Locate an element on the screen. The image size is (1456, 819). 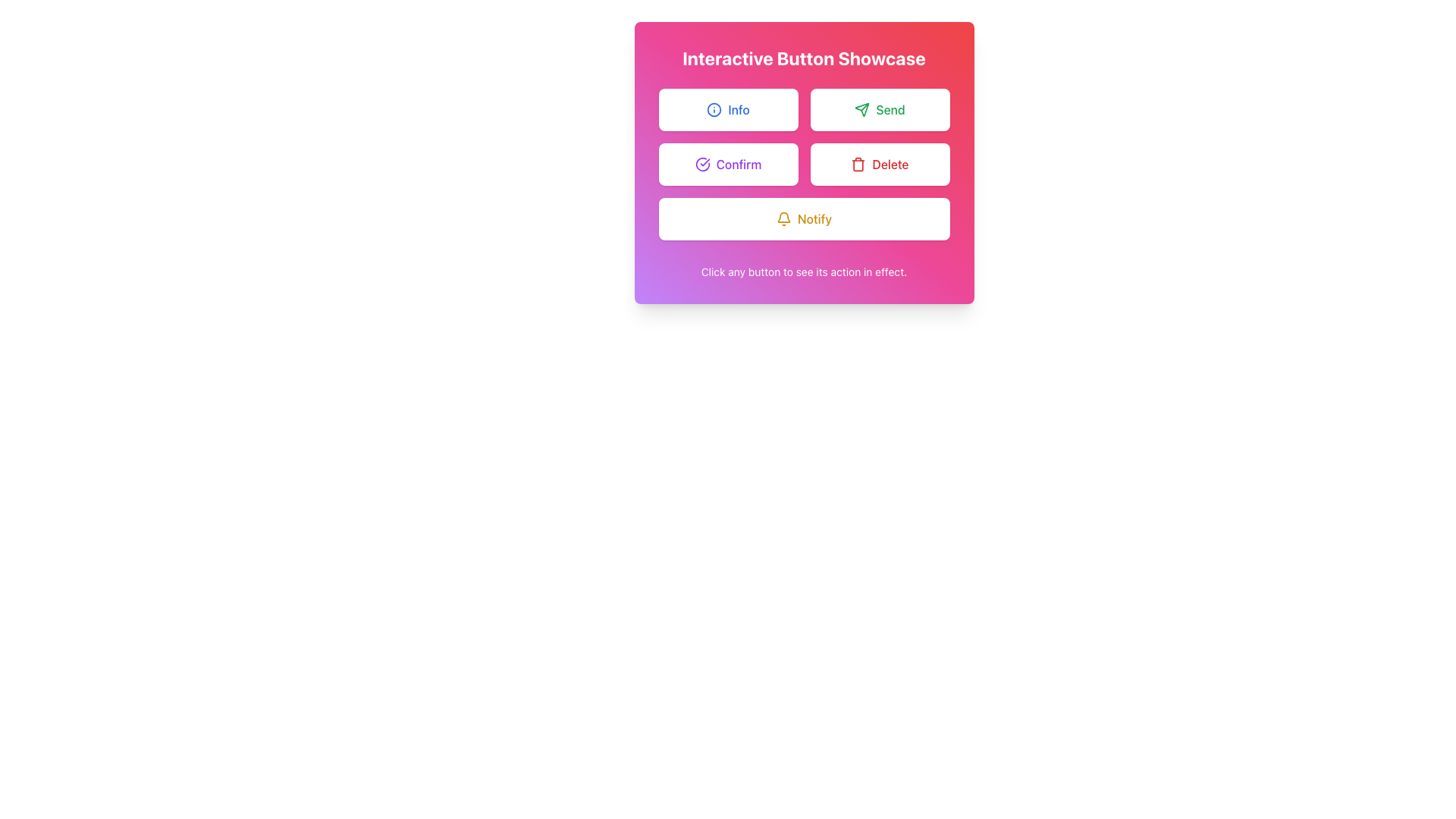
the rectangular 'Info' button with a white background and blue highlighted text is located at coordinates (728, 109).